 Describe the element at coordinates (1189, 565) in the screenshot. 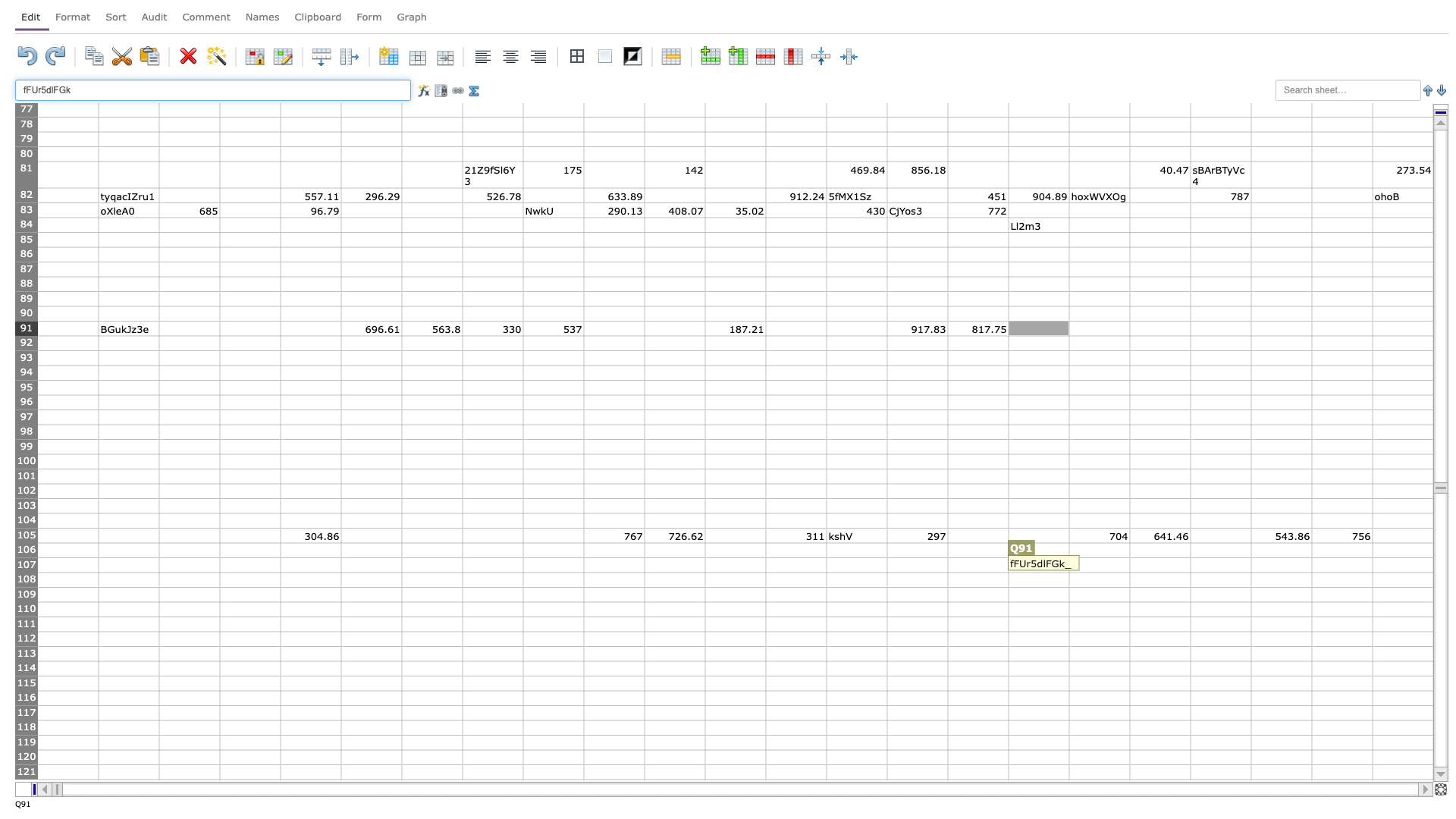

I see `Right border of cell S-107` at that location.